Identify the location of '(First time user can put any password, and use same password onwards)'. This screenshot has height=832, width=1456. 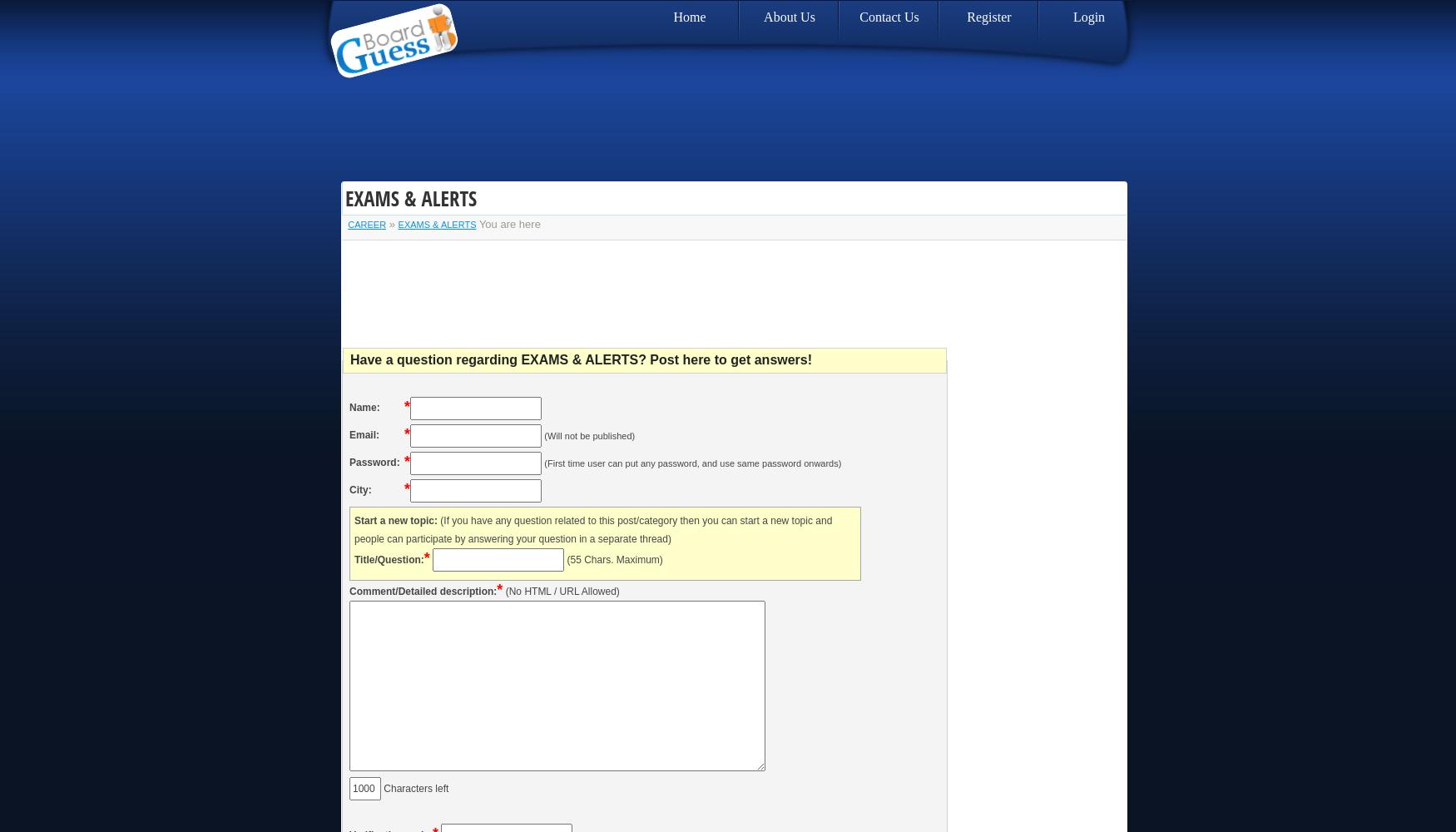
(692, 463).